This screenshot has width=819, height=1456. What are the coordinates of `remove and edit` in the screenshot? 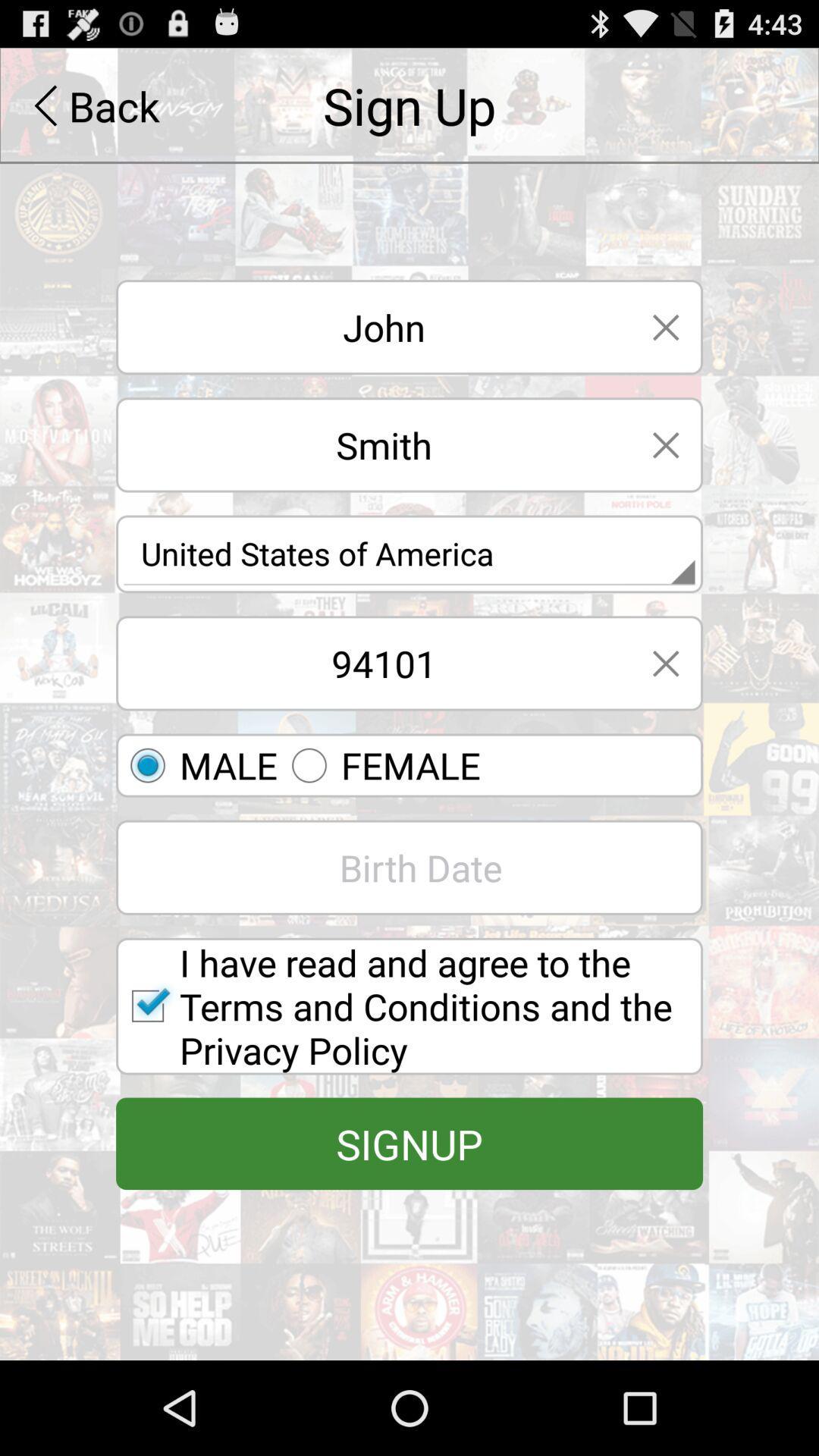 It's located at (665, 663).